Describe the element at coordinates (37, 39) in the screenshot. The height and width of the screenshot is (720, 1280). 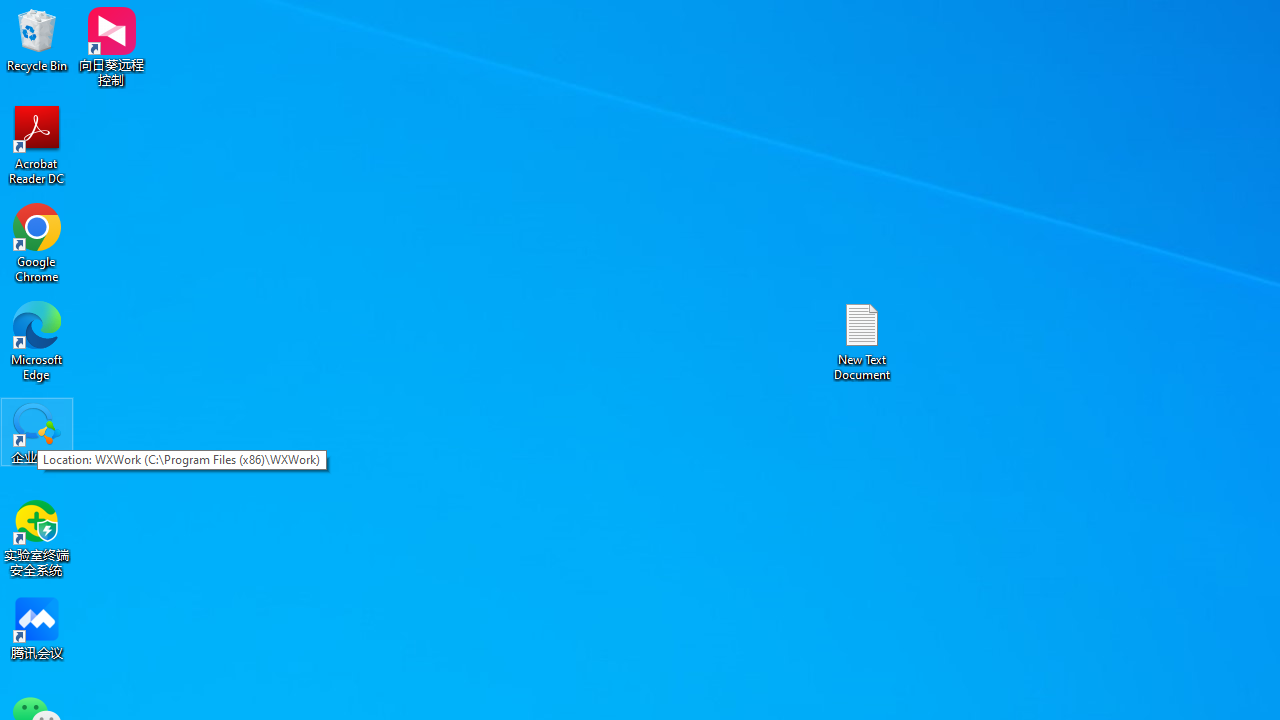
I see `'Recycle Bin'` at that location.